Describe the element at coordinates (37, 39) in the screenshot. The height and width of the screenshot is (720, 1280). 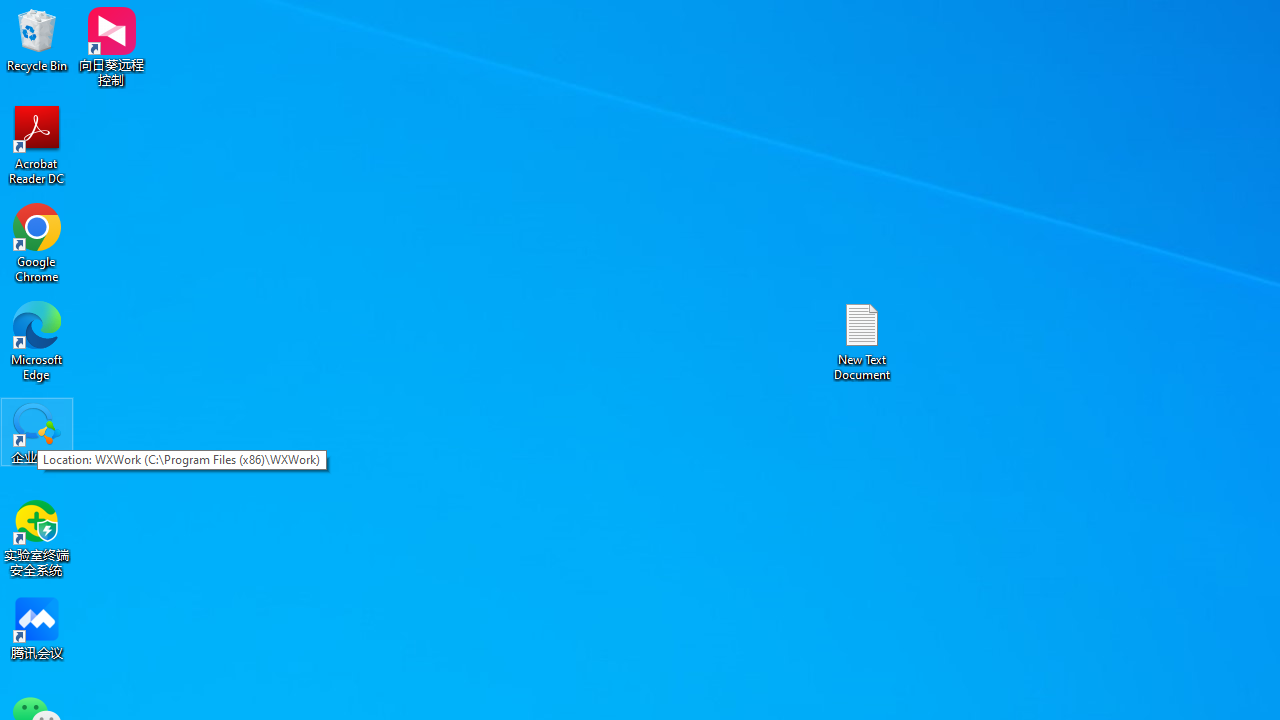
I see `'Recycle Bin'` at that location.